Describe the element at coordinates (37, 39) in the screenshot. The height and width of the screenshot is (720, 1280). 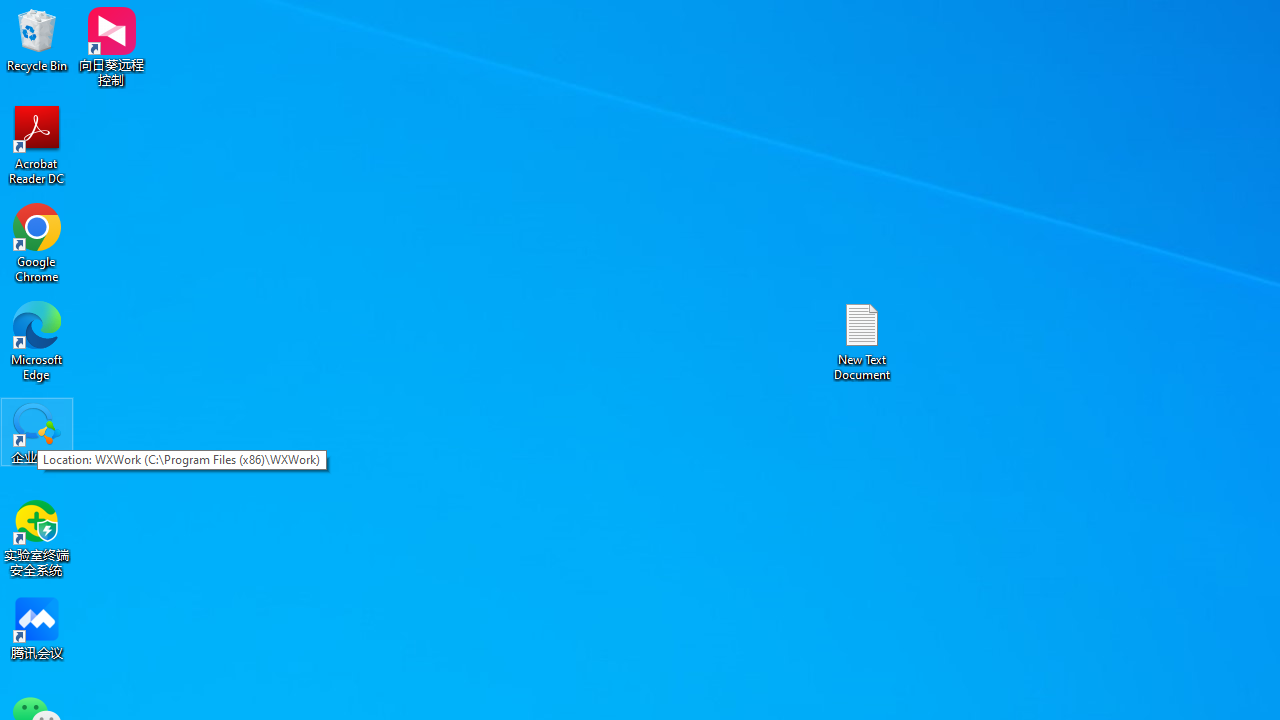
I see `'Recycle Bin'` at that location.